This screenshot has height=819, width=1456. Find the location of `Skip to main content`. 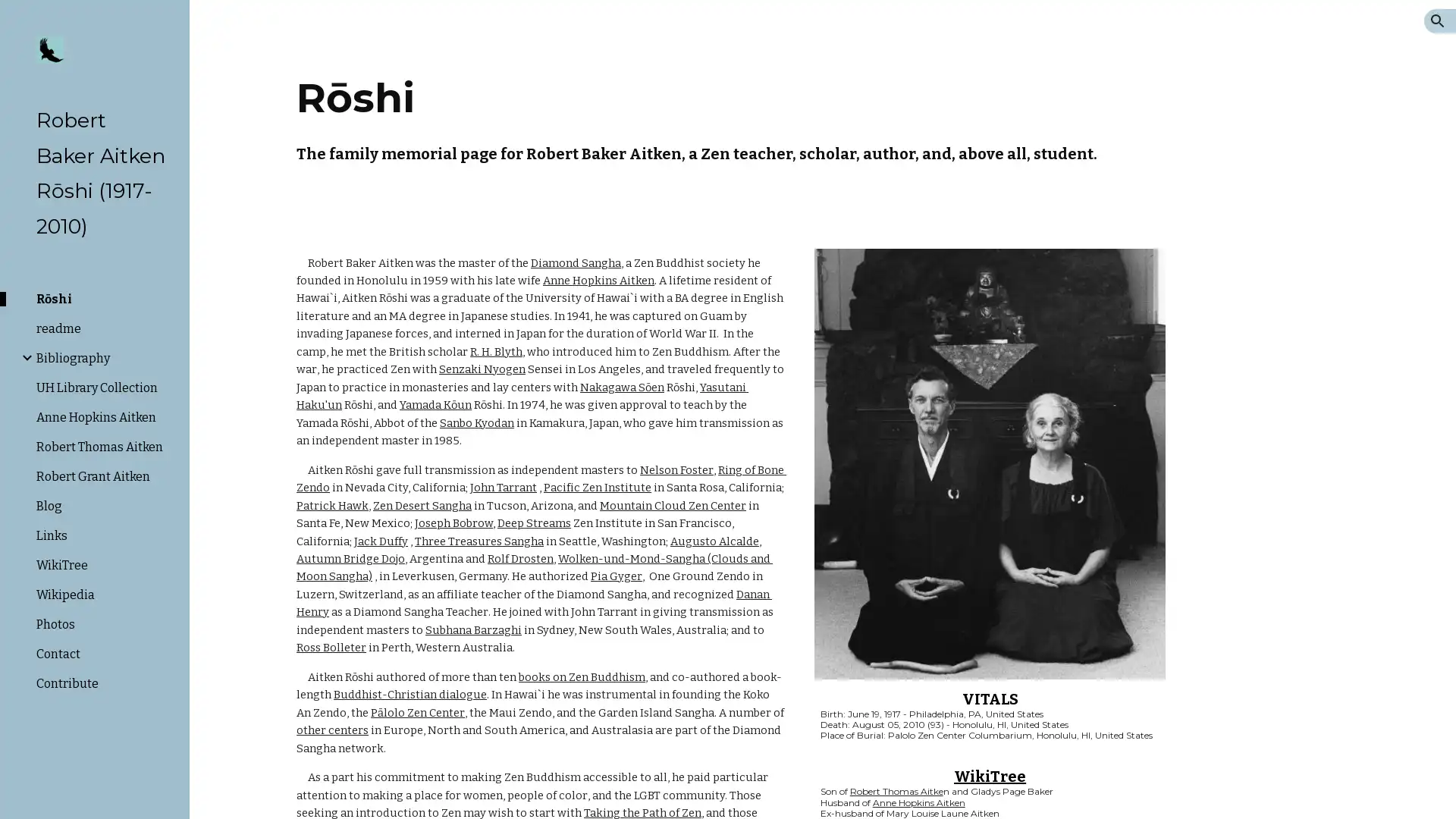

Skip to main content is located at coordinates (597, 28).